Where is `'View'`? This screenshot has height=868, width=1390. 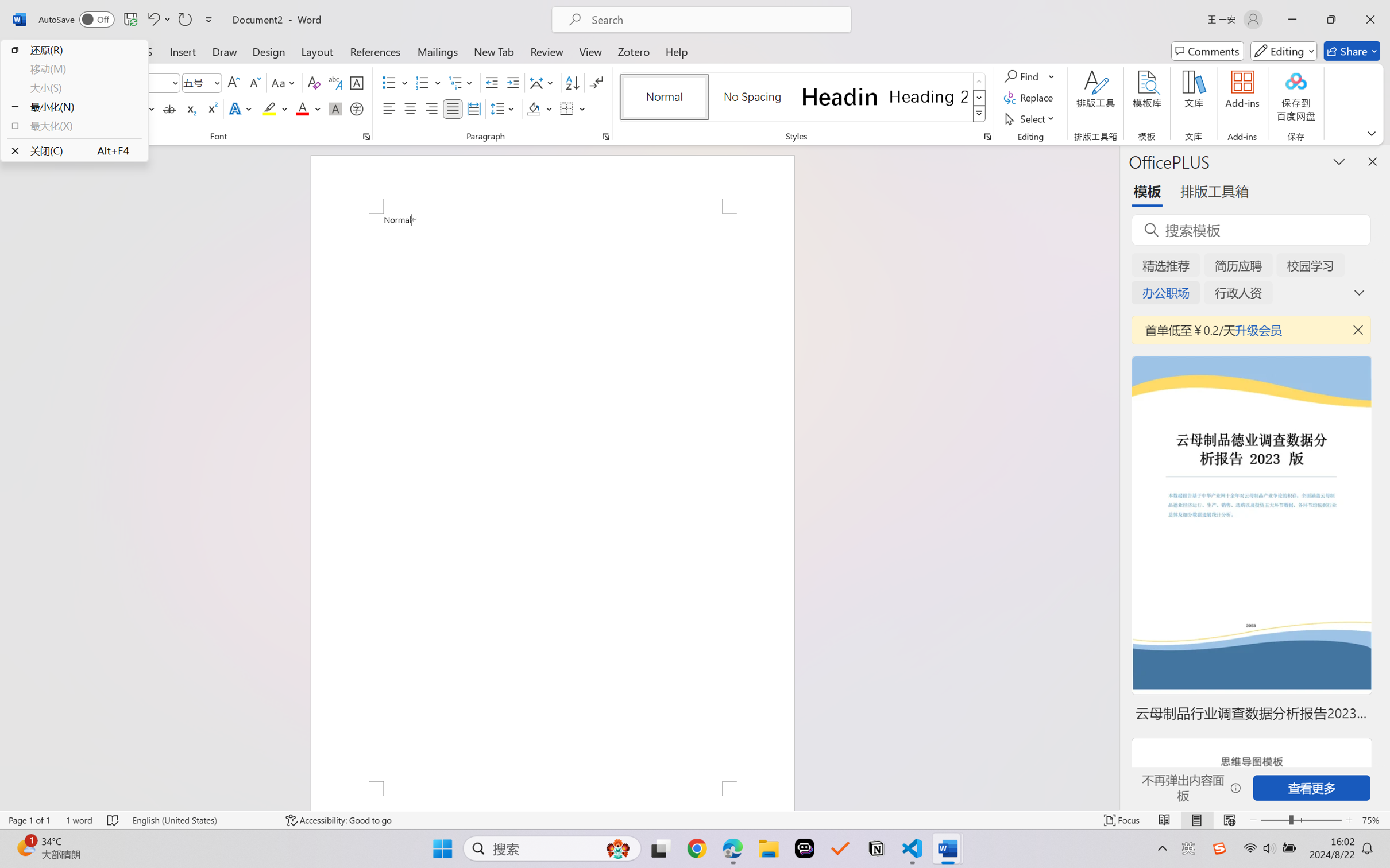 'View' is located at coordinates (590, 51).